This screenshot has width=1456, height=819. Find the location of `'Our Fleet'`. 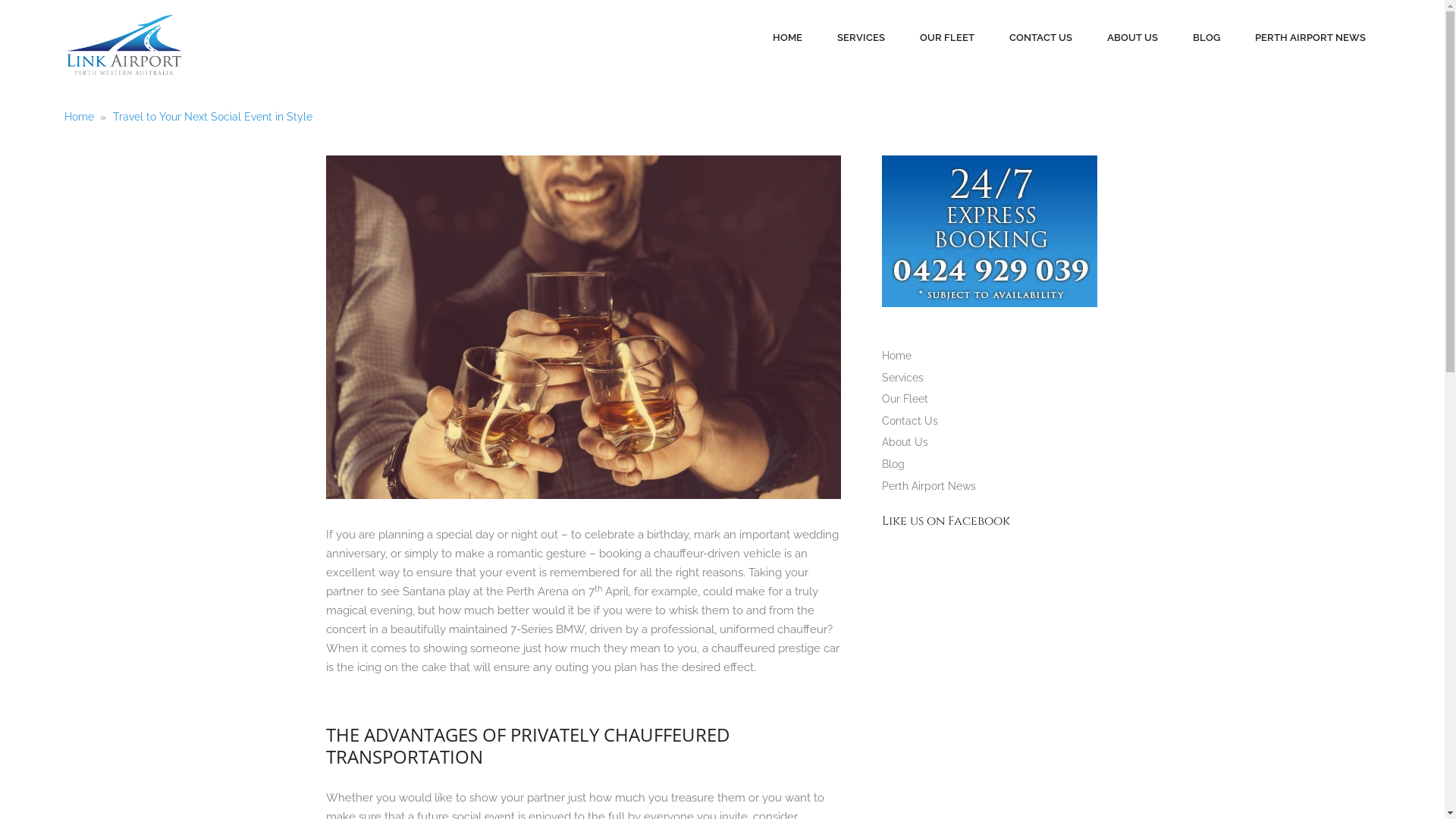

'Our Fleet' is located at coordinates (905, 397).